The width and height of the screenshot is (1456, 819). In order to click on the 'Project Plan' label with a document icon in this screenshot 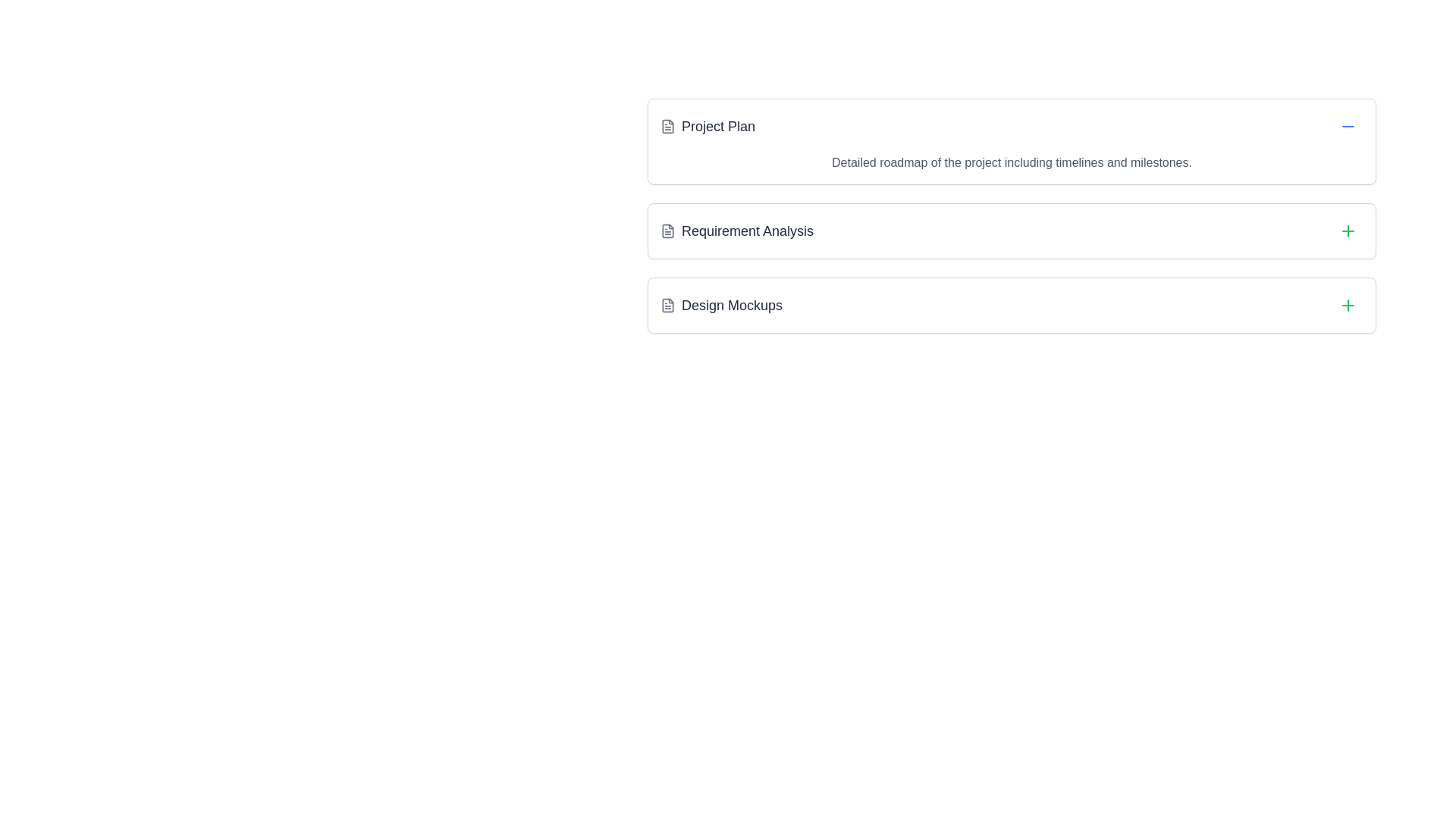, I will do `click(707, 125)`.